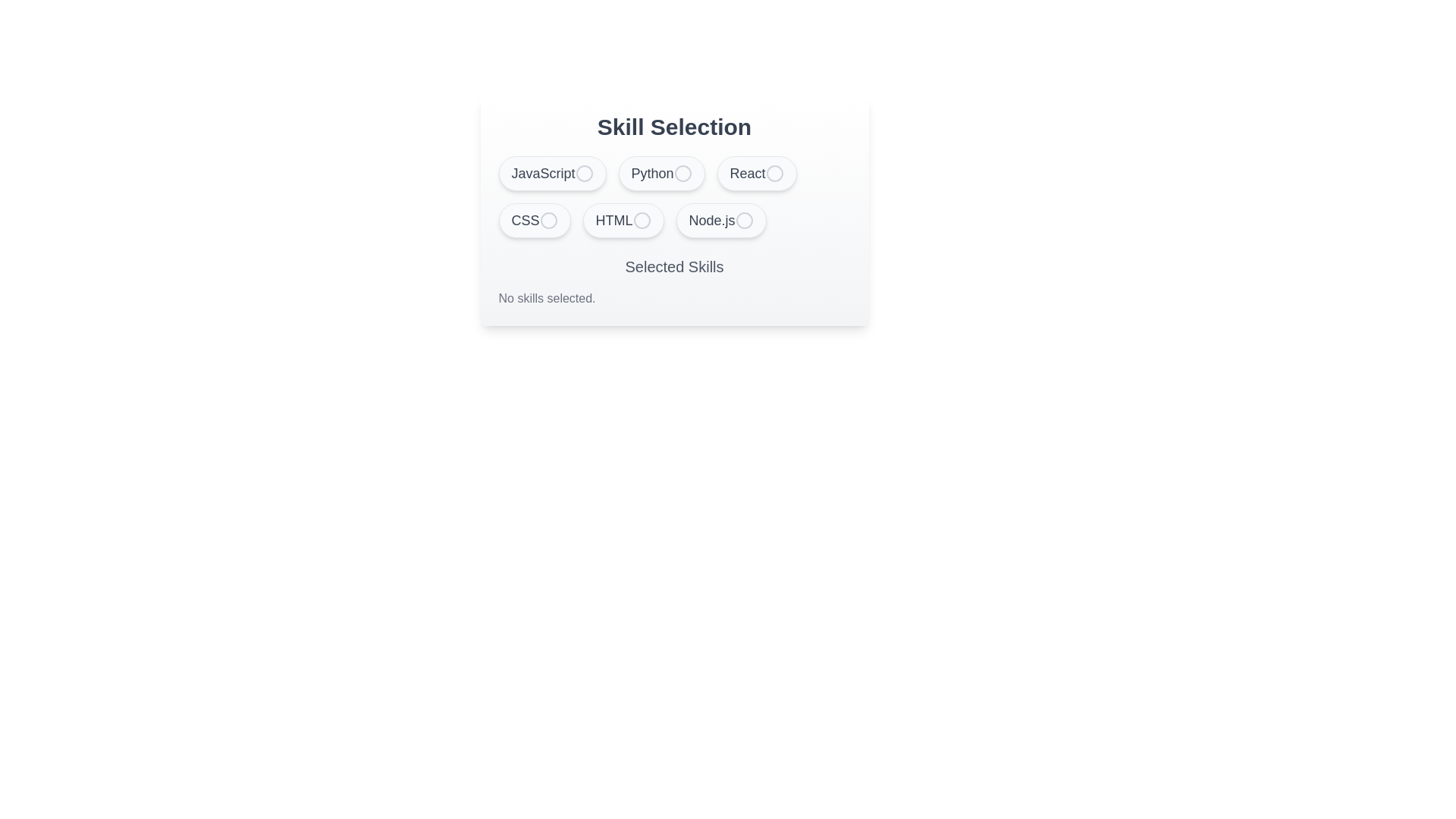 The image size is (1456, 819). What do you see at coordinates (642, 220) in the screenshot?
I see `the unselected state icon (circle) located to the right of the 'HTML' text label within the button-like group in the 'Skill Selection' interface panel` at bounding box center [642, 220].